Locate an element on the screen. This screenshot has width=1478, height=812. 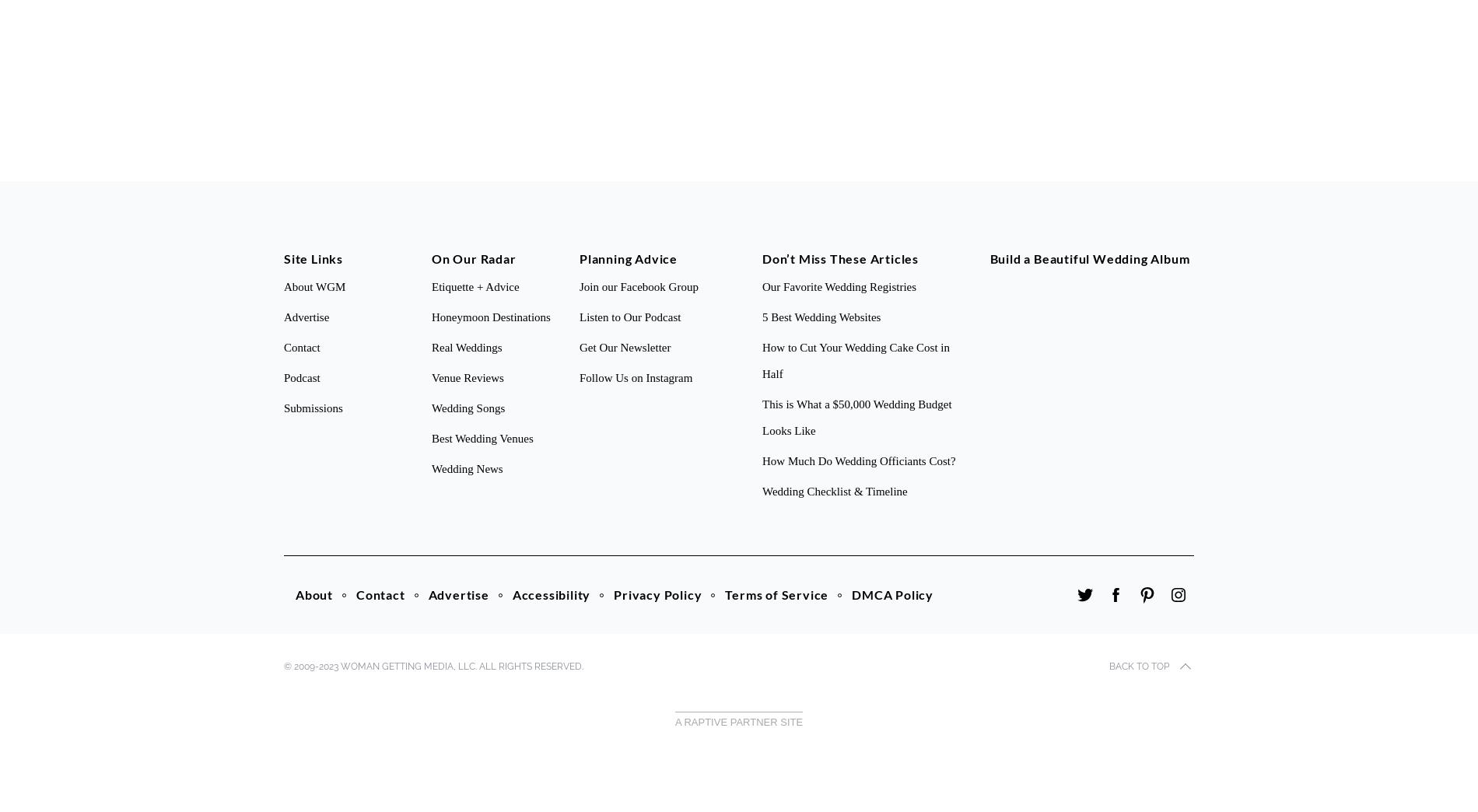
'How to Cut Your Wedding Cake Cost in Half' is located at coordinates (856, 360).